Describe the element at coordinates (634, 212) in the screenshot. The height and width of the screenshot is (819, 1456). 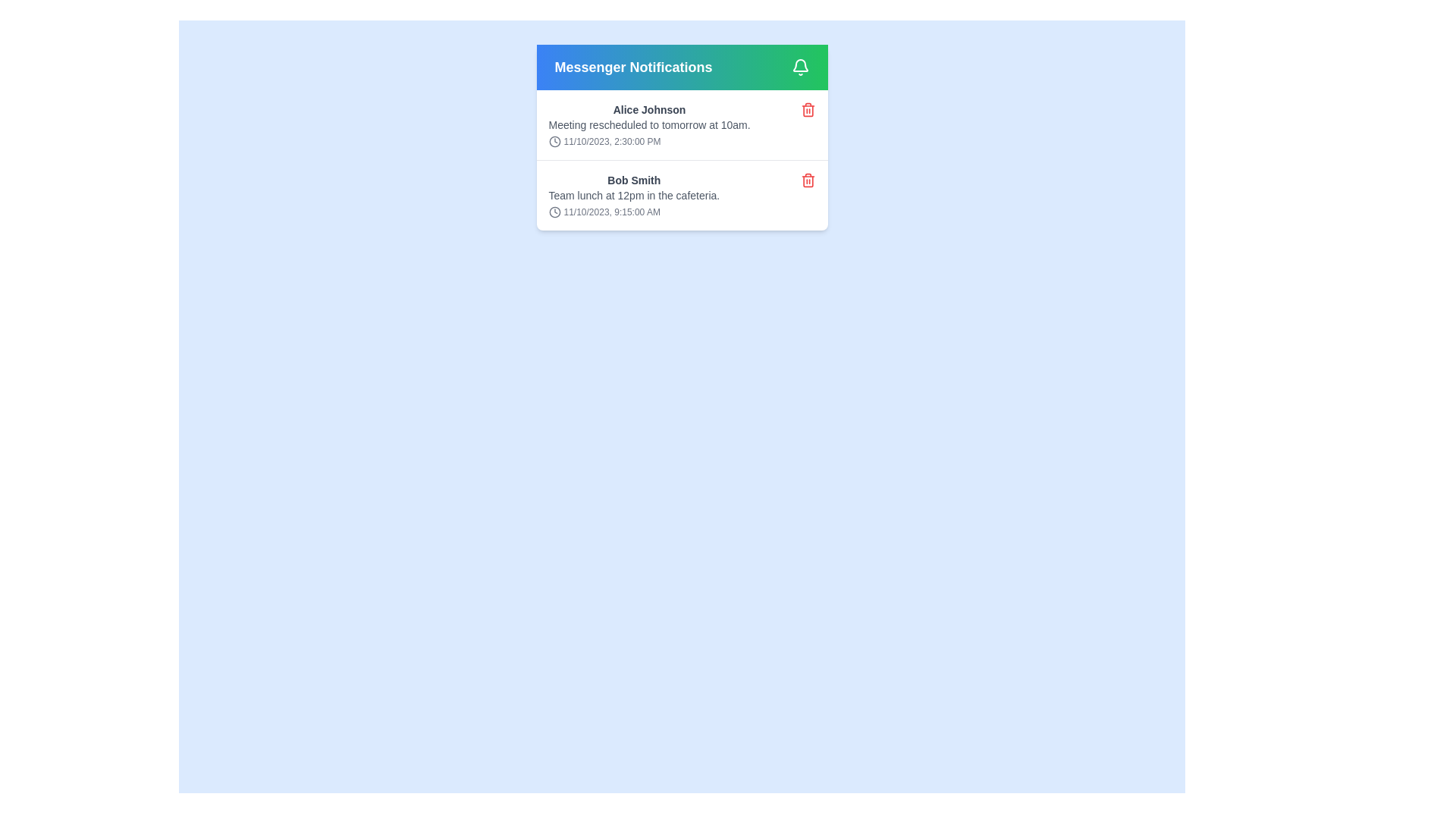
I see `timestamp information from the timestamp label with an icon located in the 'Bob Smith' notification block in the 'Messenger Notifications' section, positioned below the text 'Team lunch at 12pm in the cafeteria.'` at that location.